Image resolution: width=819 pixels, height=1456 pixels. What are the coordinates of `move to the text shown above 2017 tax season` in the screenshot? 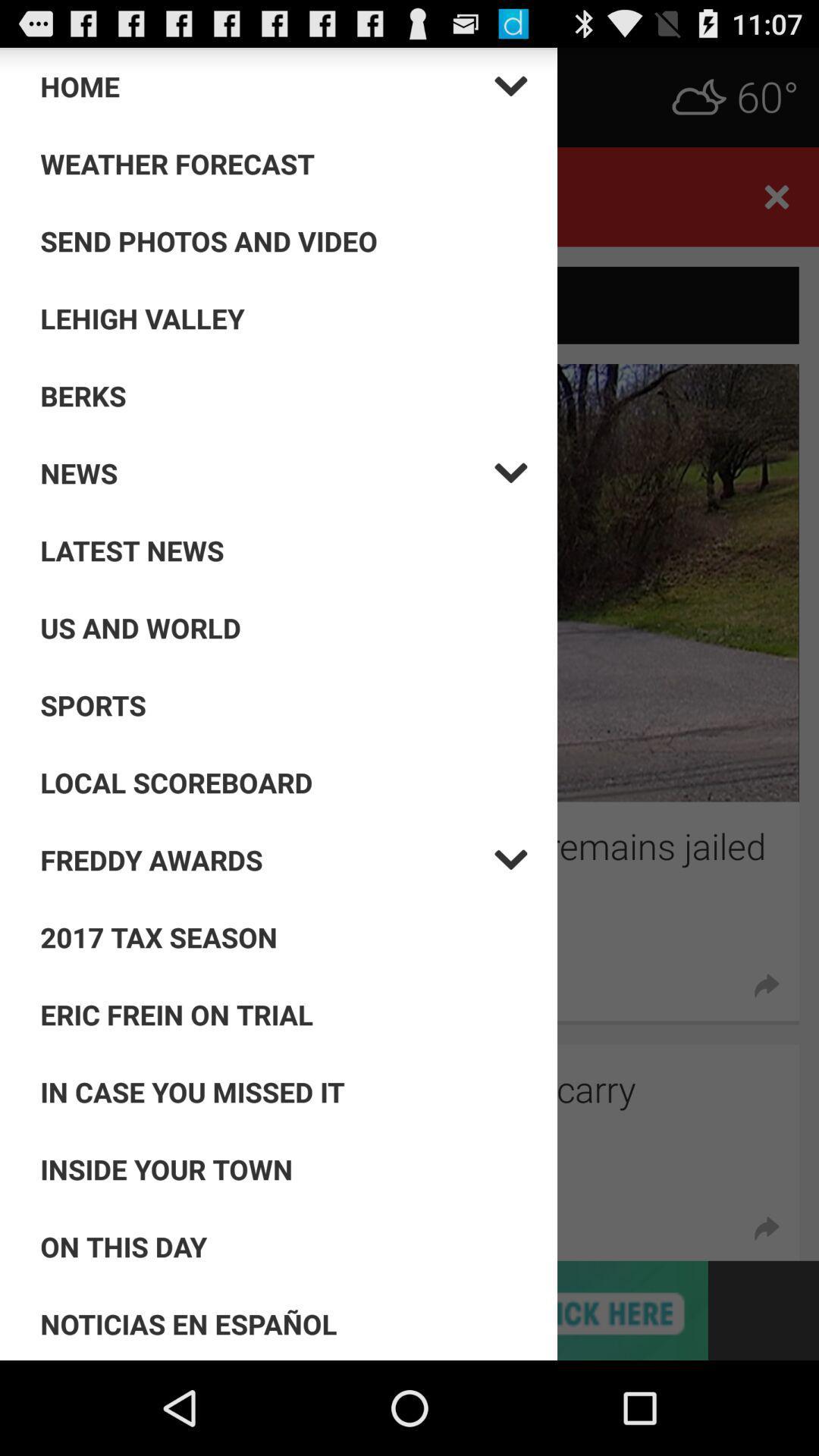 It's located at (267, 859).